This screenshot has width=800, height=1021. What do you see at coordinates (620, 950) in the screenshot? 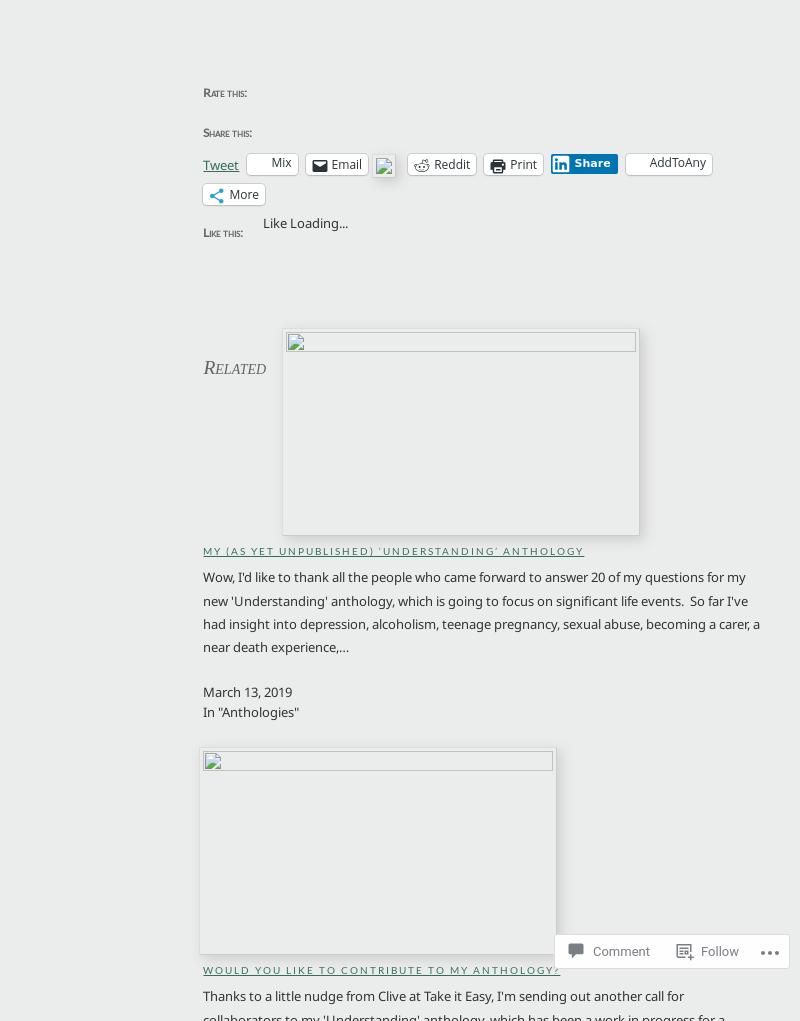
I see `'Comment'` at bounding box center [620, 950].